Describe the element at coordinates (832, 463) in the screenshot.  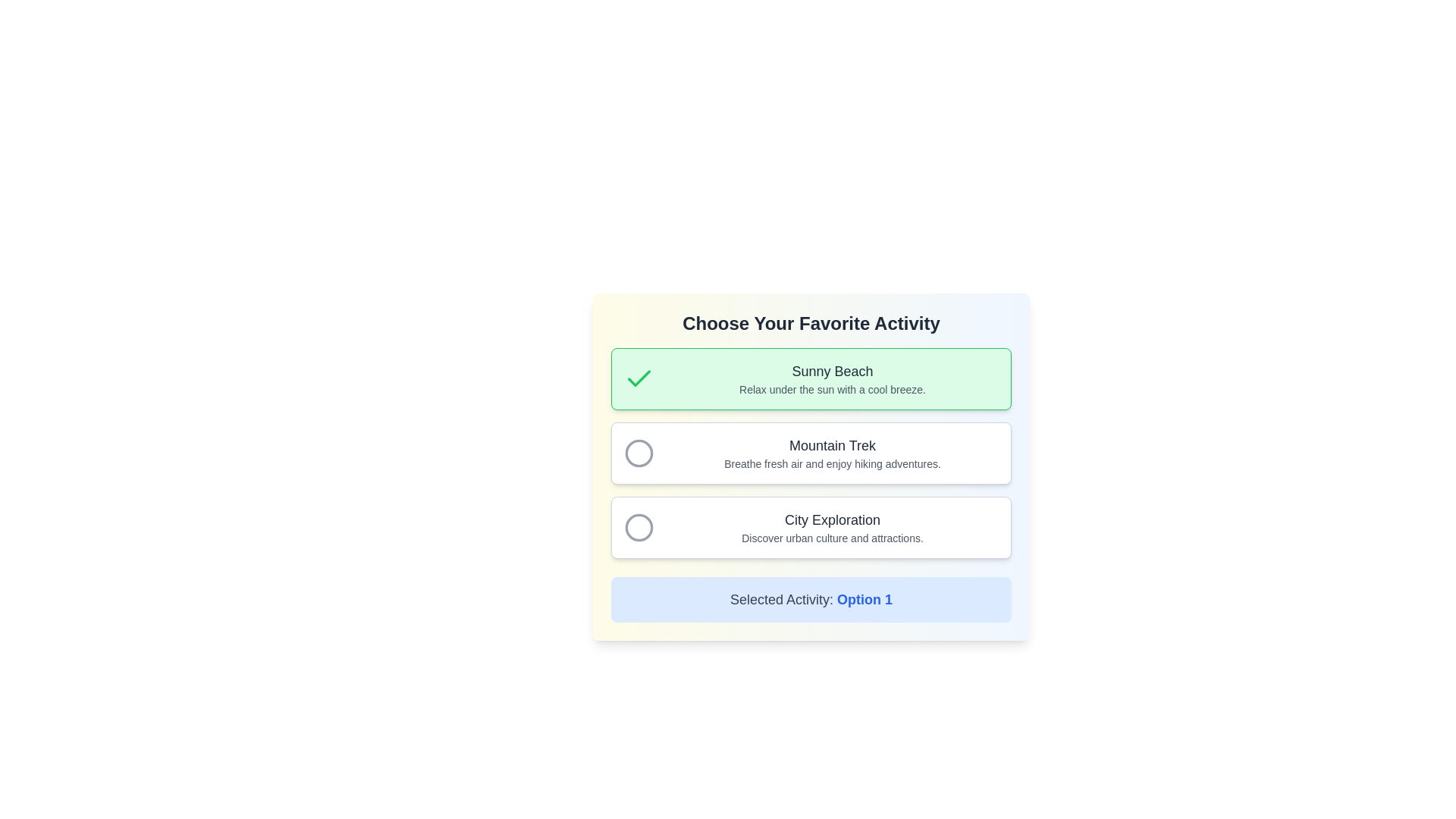
I see `the text element displaying 'Breathe fresh air and enjoy hiking adventures.' located below the 'Mountain Trek' header` at that location.